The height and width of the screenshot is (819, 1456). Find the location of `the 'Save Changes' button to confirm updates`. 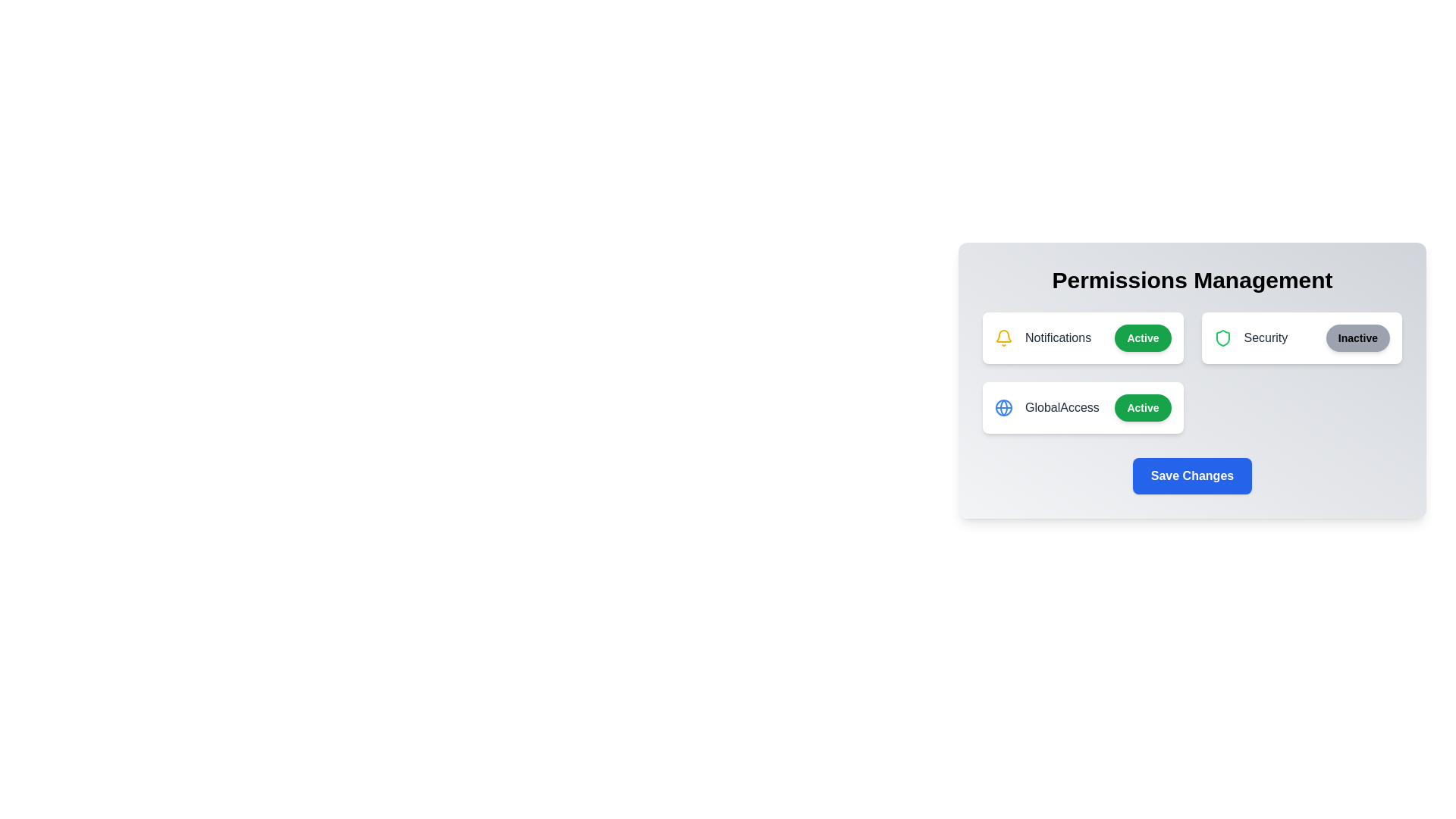

the 'Save Changes' button to confirm updates is located at coordinates (1191, 475).